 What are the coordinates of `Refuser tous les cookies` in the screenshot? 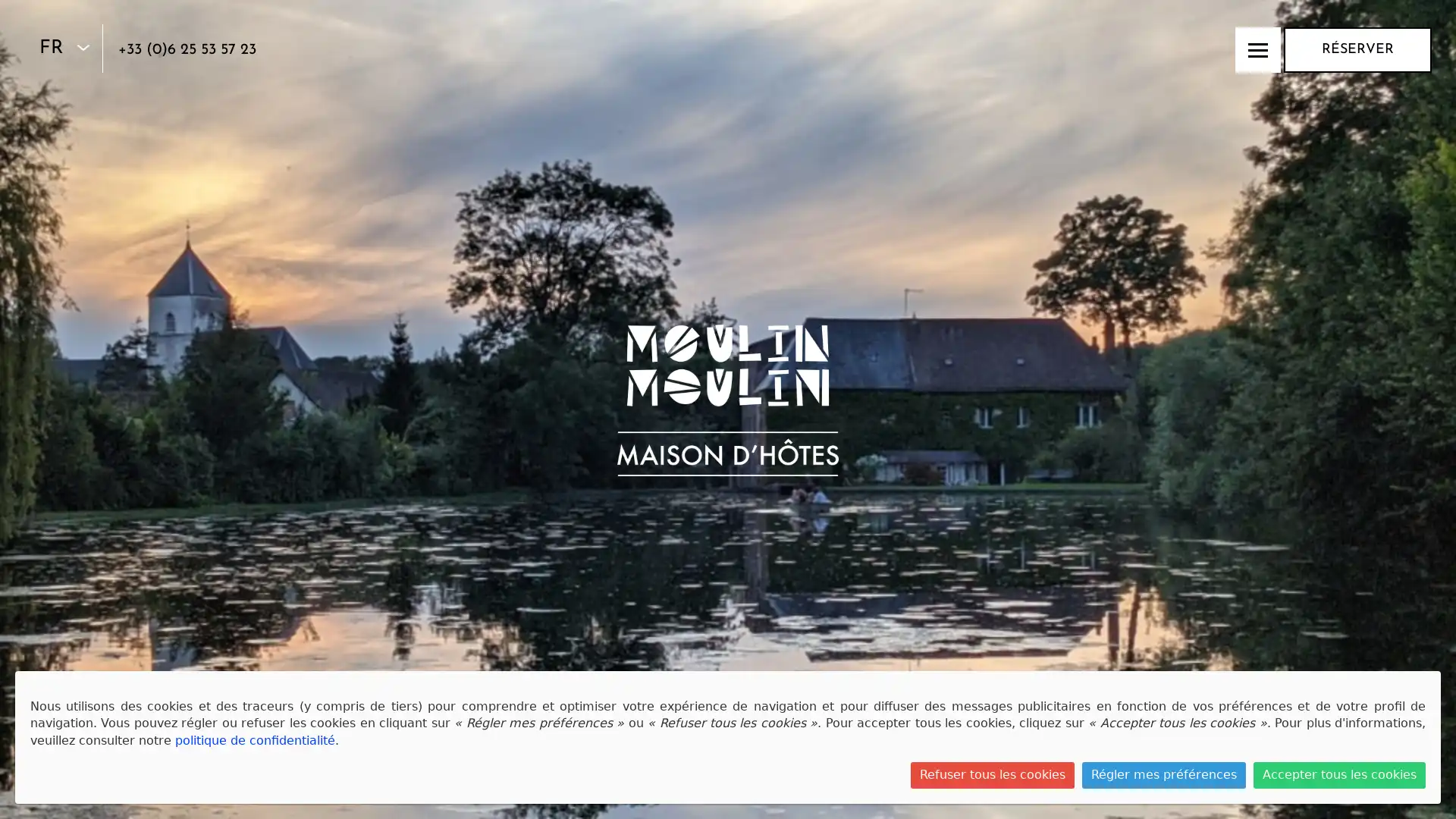 It's located at (993, 775).